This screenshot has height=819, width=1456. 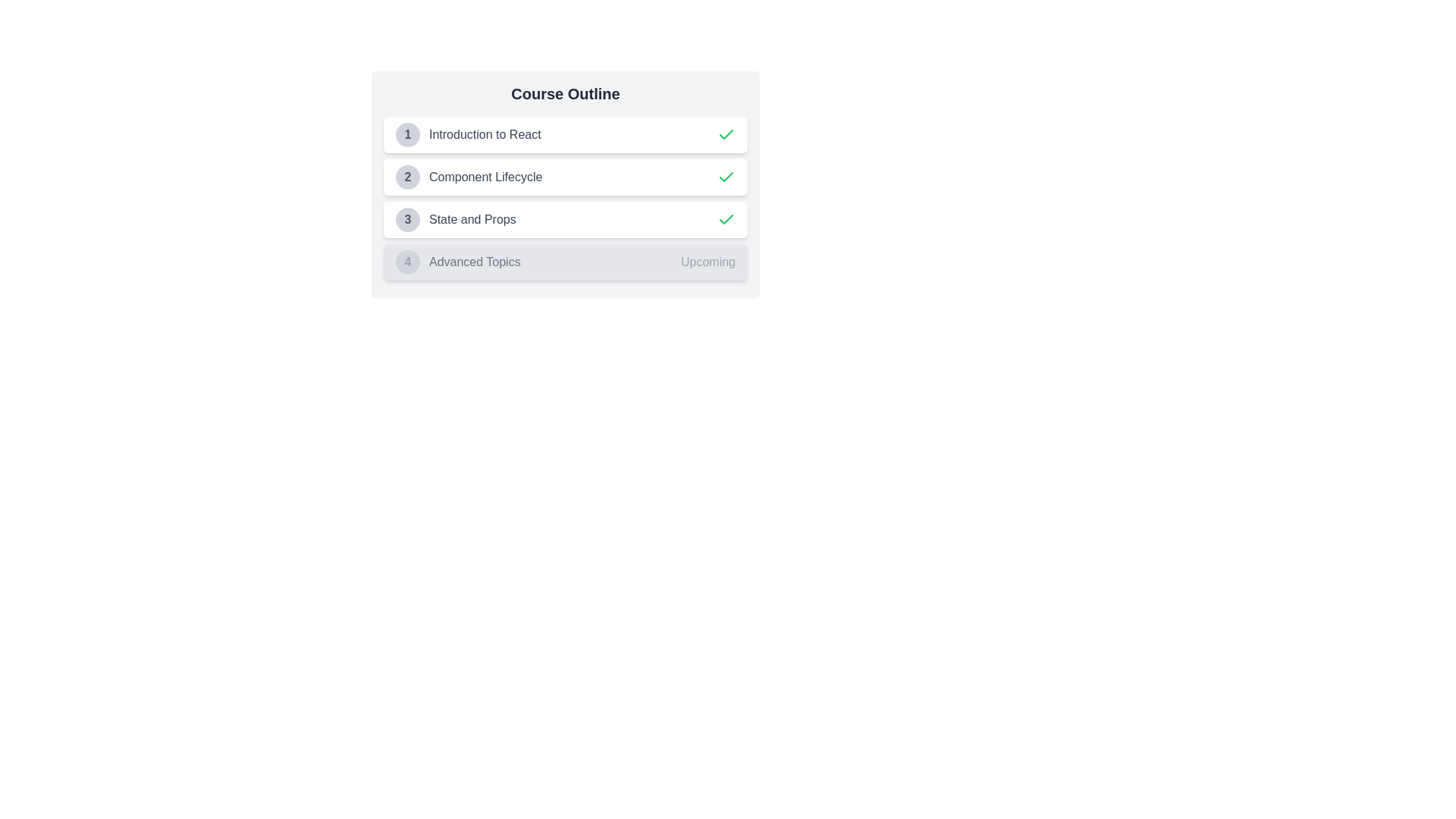 I want to click on title of the third topic in the course outline, which is represented by the text label located in the third row of the course items, so click(x=472, y=219).